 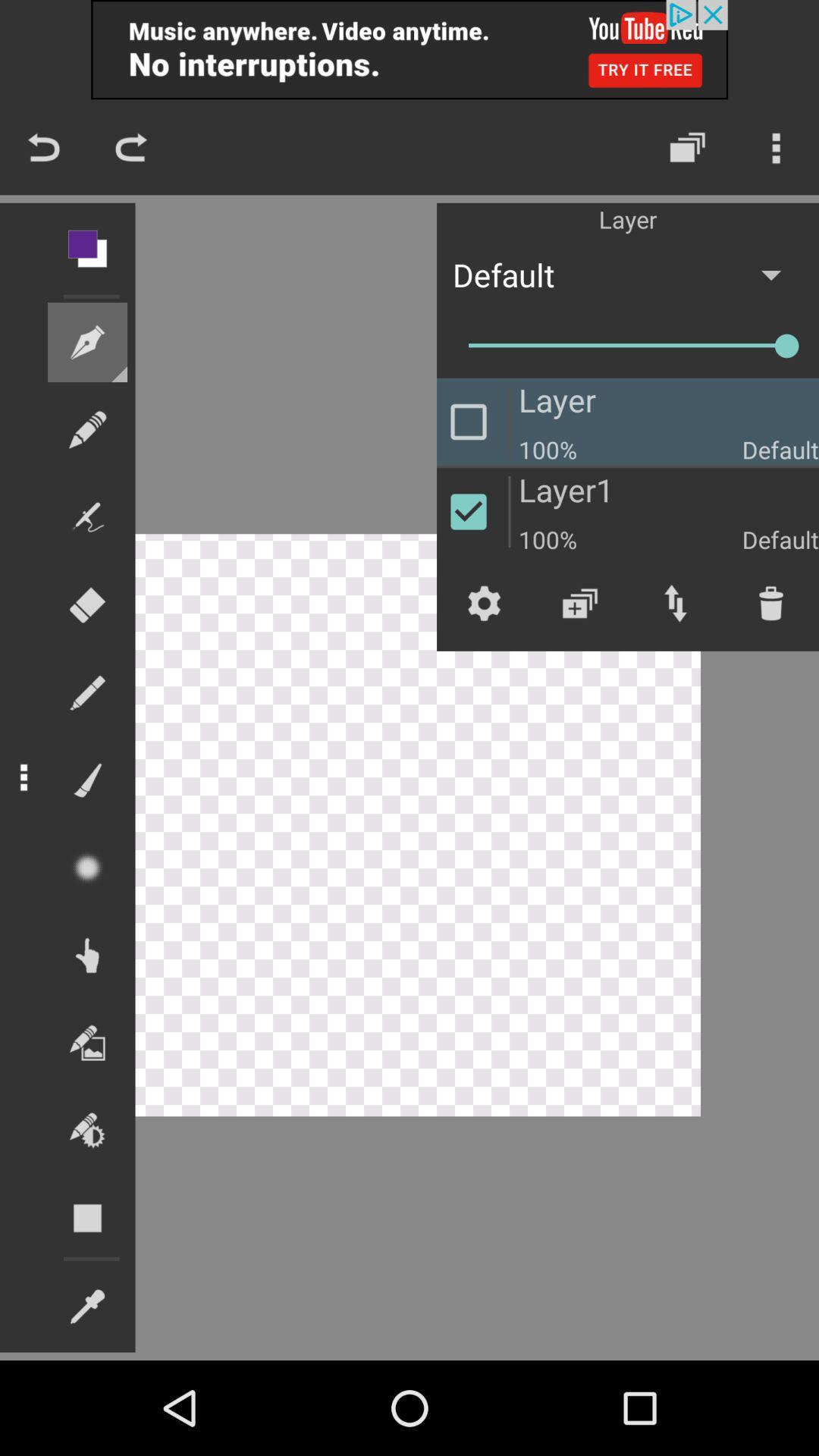 I want to click on the edit icon, so click(x=87, y=692).